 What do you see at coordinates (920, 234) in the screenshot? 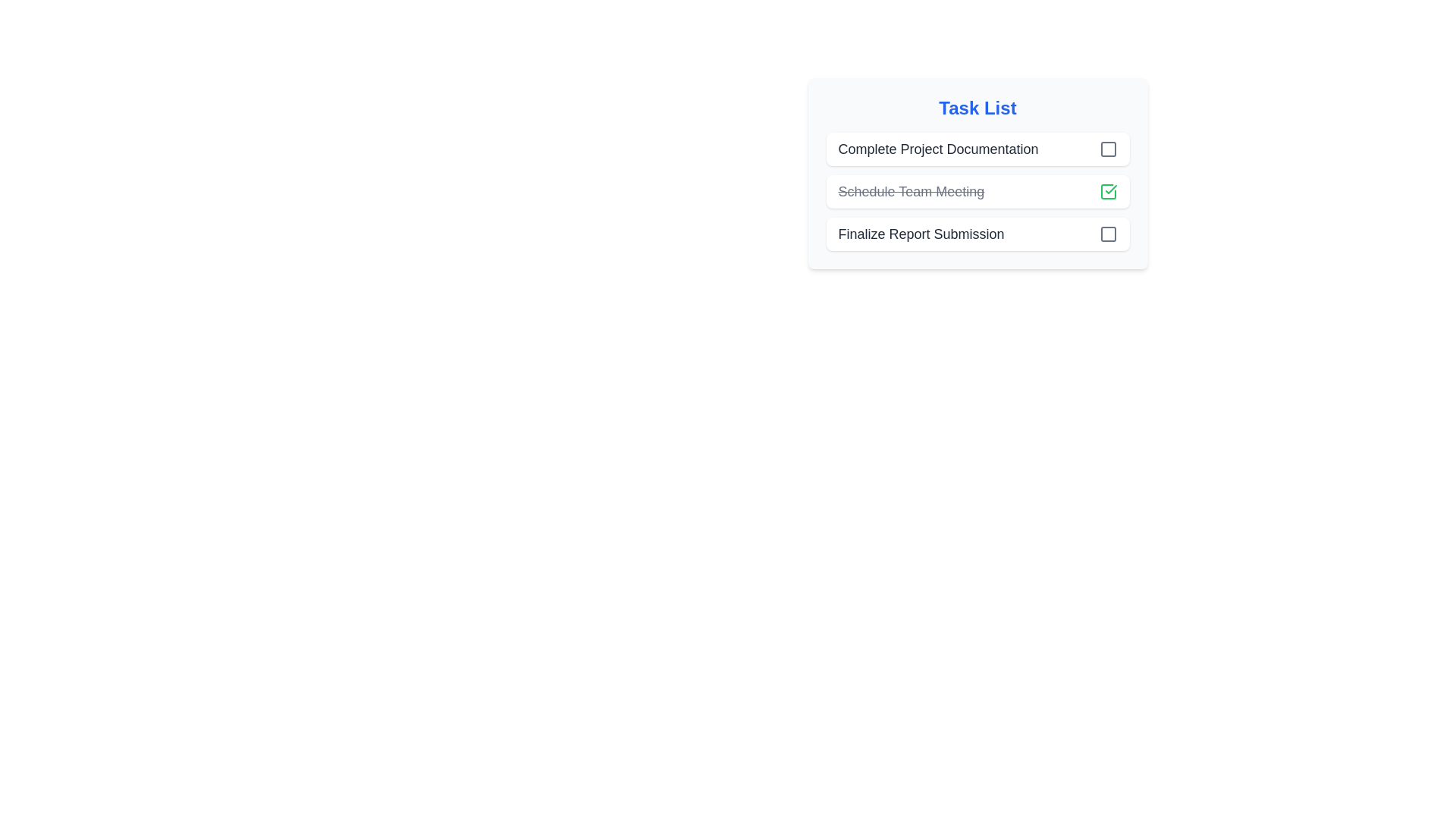
I see `the text label reading 'Finalize Report Submission', which is located in the third row of the task list, to the left of a checkbox` at bounding box center [920, 234].